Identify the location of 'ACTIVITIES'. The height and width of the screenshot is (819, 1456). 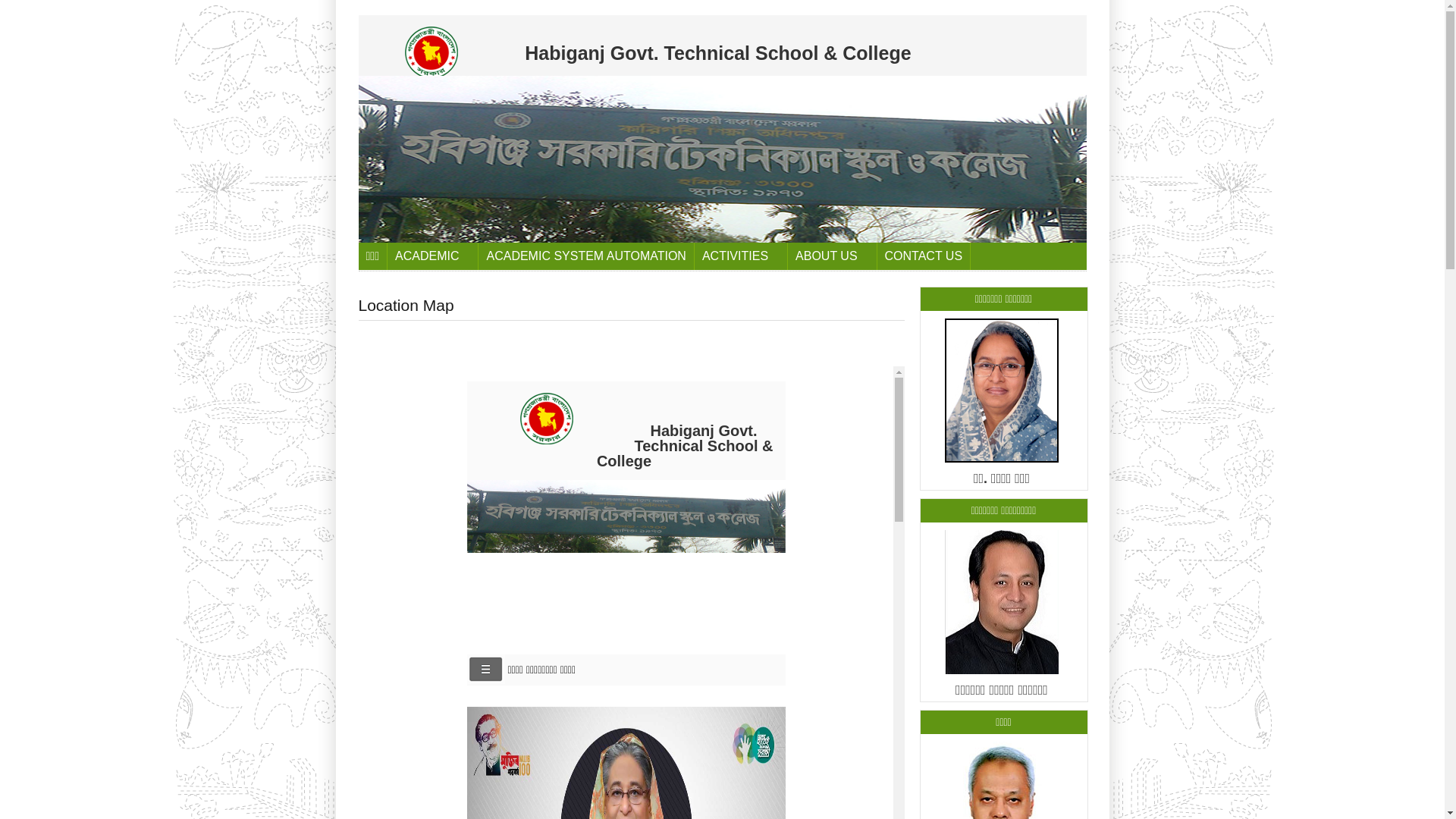
(694, 256).